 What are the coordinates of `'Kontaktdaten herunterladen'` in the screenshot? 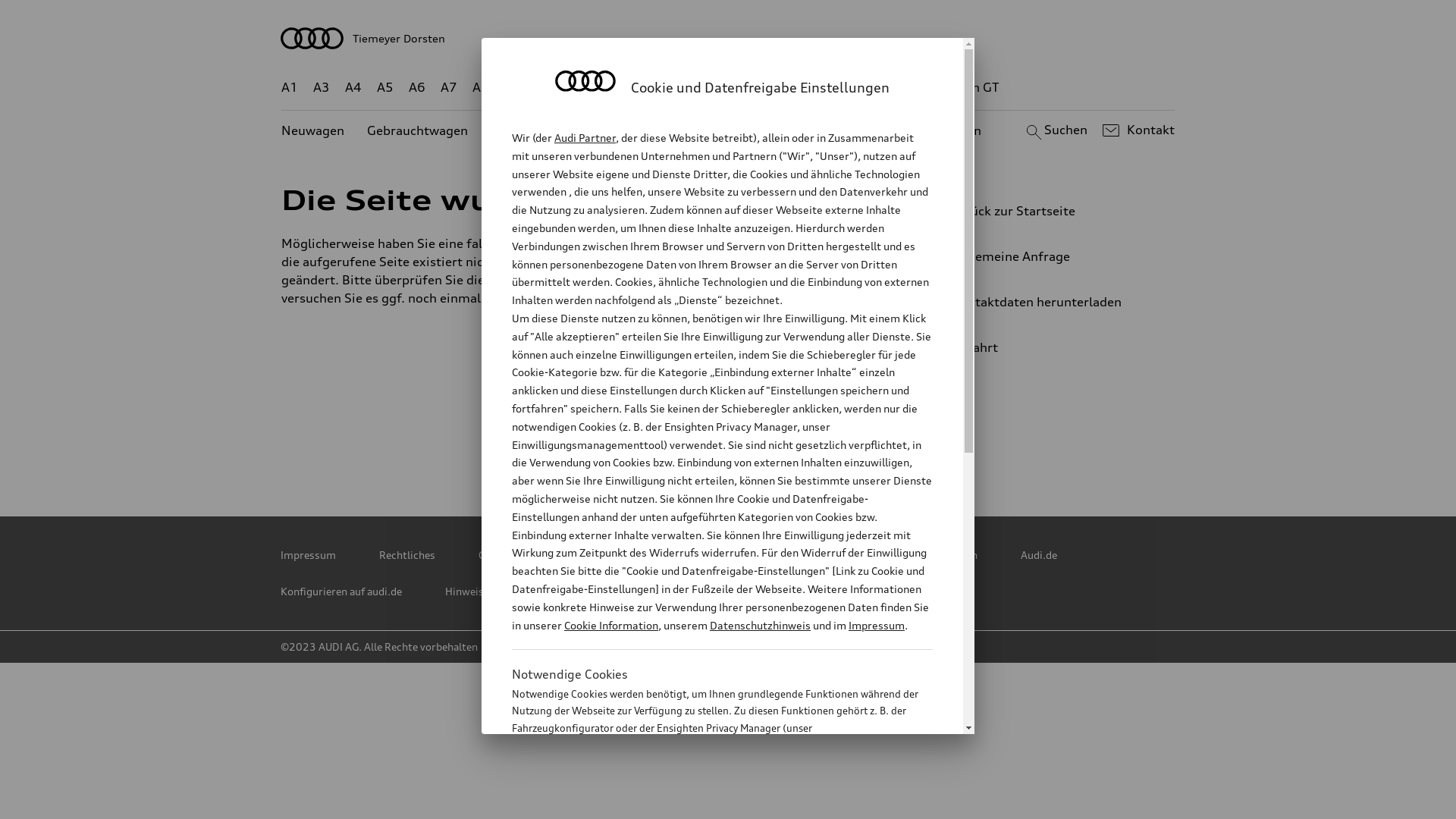 It's located at (1043, 301).